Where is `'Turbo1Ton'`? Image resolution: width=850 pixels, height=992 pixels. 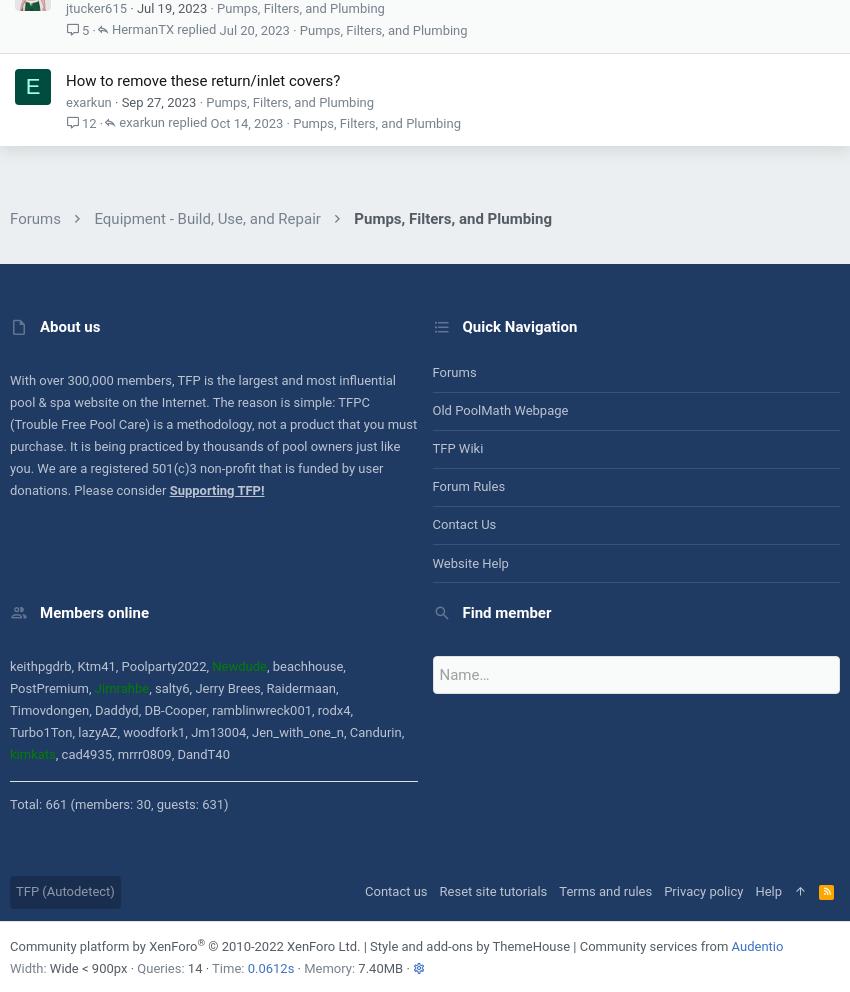
'Turbo1Ton' is located at coordinates (39, 732).